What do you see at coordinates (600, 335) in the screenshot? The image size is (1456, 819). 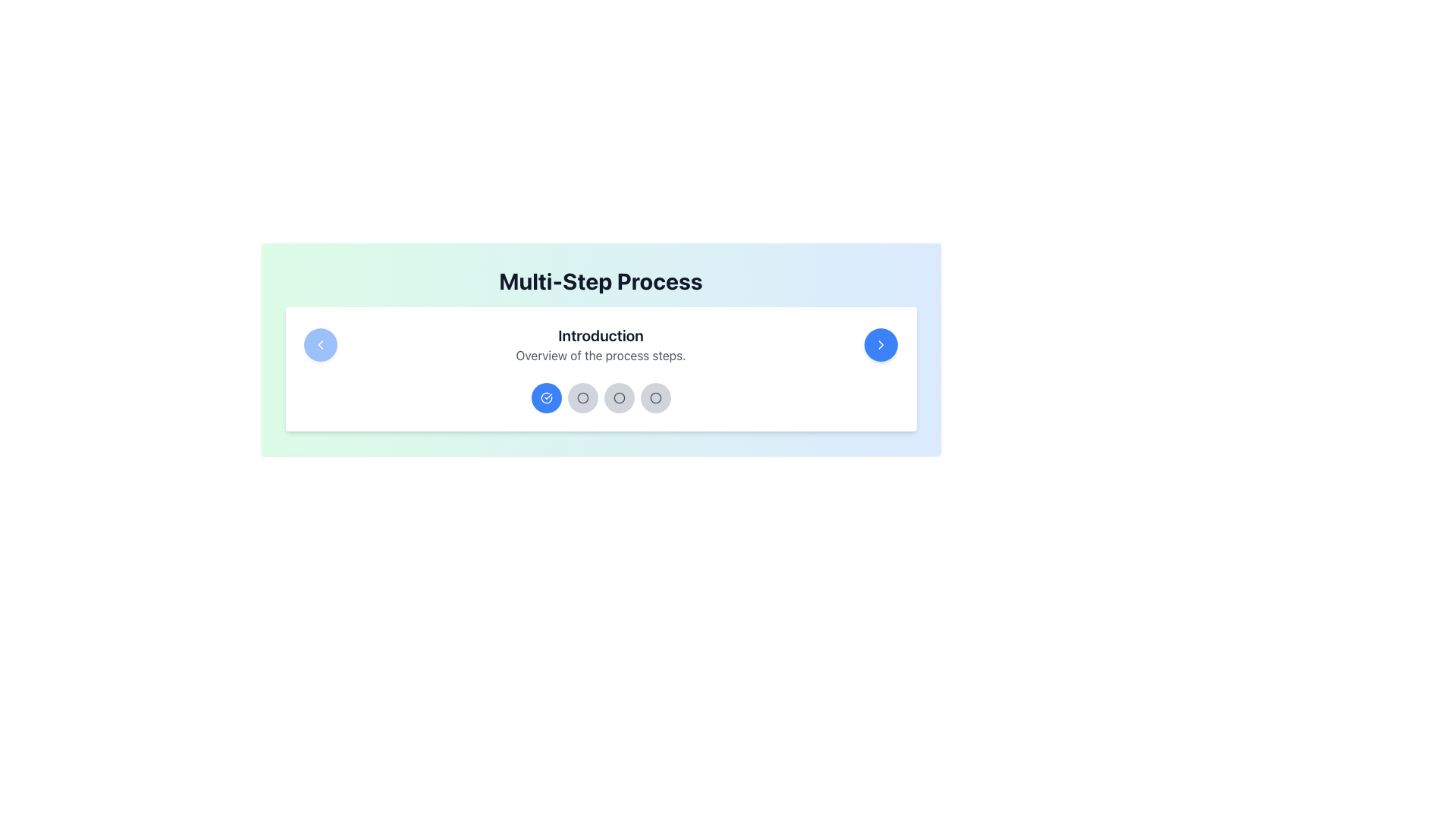 I see `bold text titled 'Introduction' located at the top center of the white rectangular card` at bounding box center [600, 335].